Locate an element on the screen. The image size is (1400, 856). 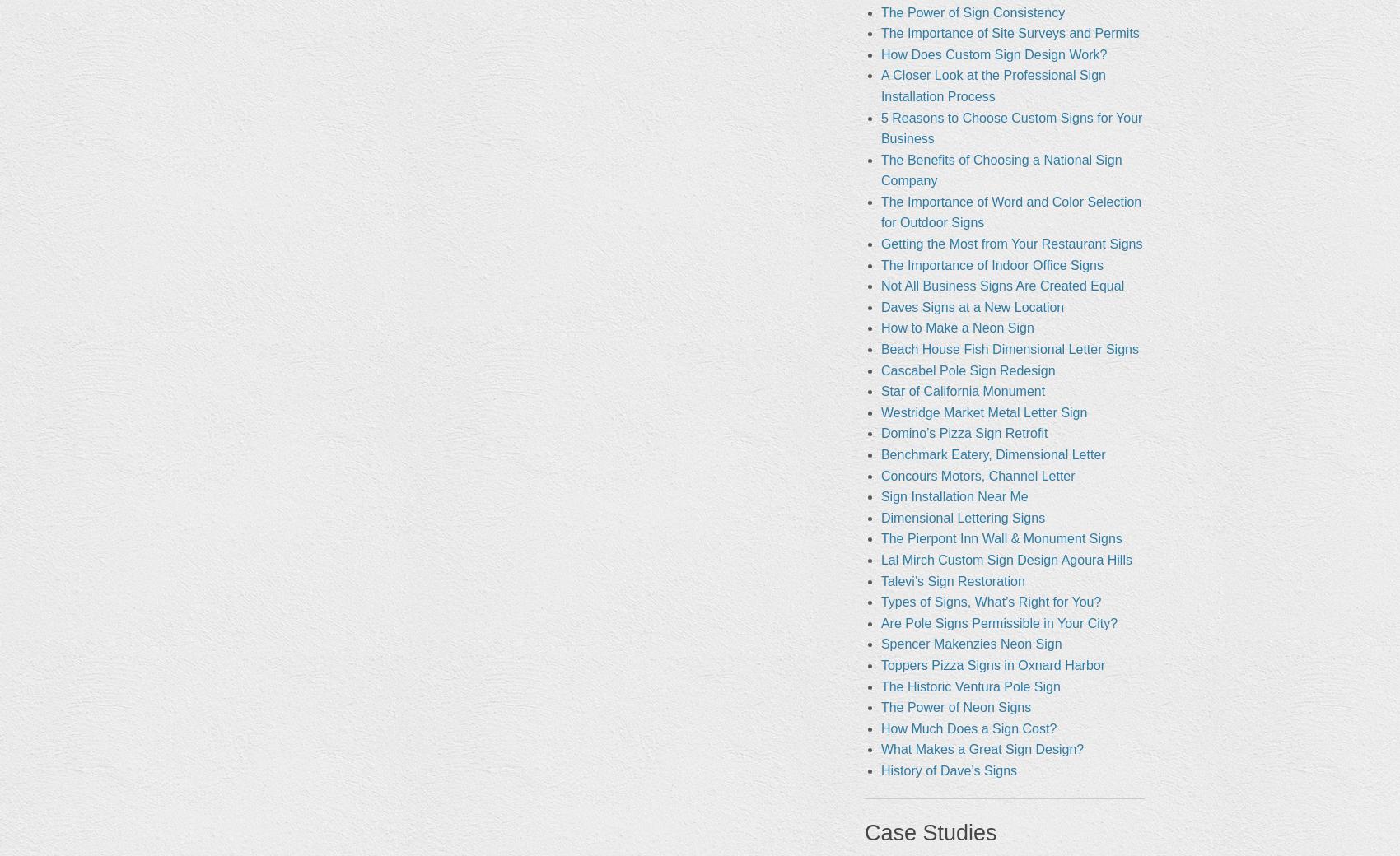
'Westridge Market Metal Letter Sign' is located at coordinates (982, 412).